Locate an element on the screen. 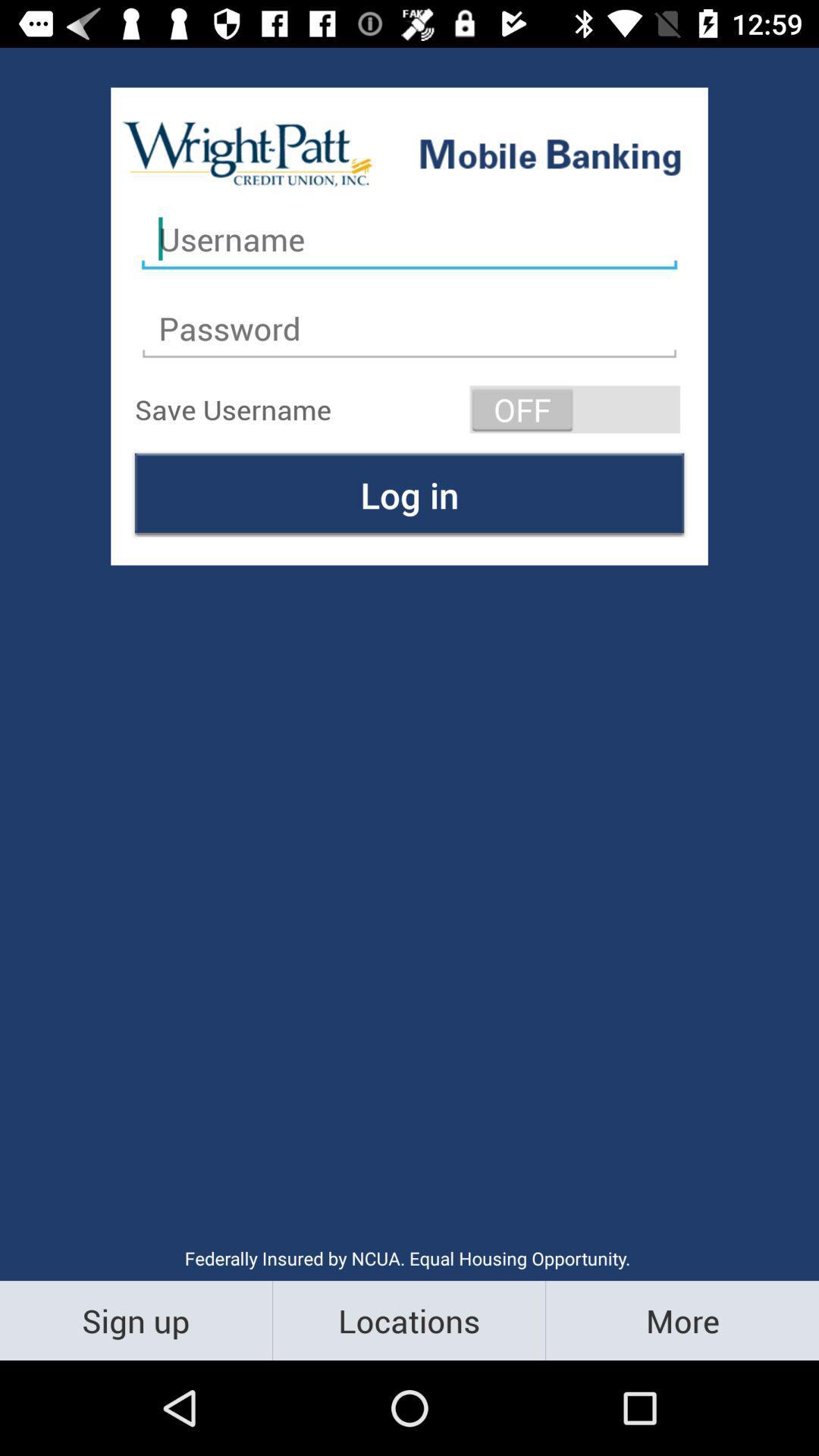 The height and width of the screenshot is (1456, 819). the icon to the right of the locations is located at coordinates (681, 1319).